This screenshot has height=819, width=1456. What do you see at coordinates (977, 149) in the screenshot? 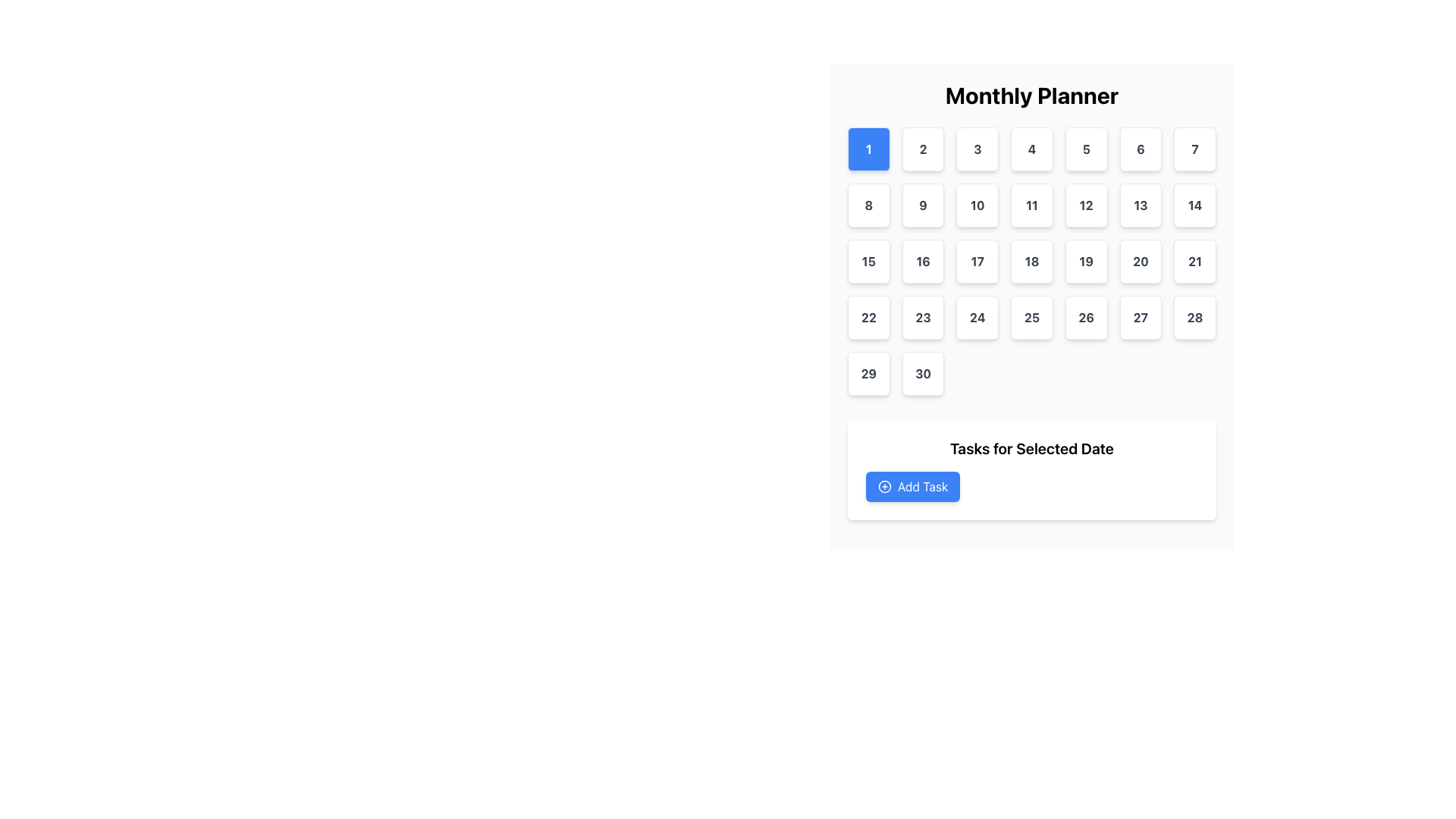
I see `the square-shaped button with a white background and the text '3' in a dark color, located in the first row of the calendar grid under the 'Monthly Planner' heading` at bounding box center [977, 149].